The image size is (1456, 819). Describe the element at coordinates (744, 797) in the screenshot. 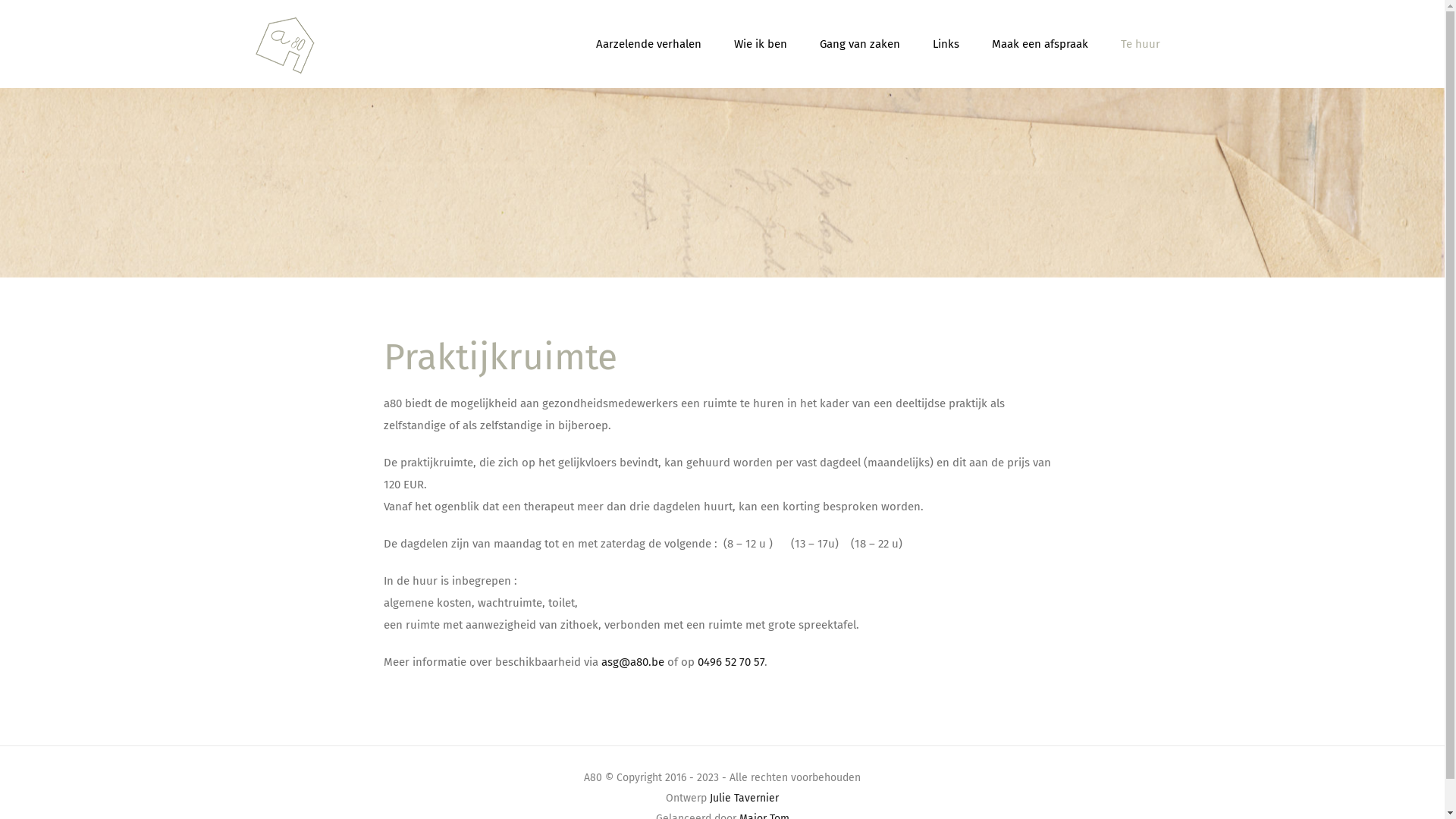

I see `'Julie Tavernier'` at that location.